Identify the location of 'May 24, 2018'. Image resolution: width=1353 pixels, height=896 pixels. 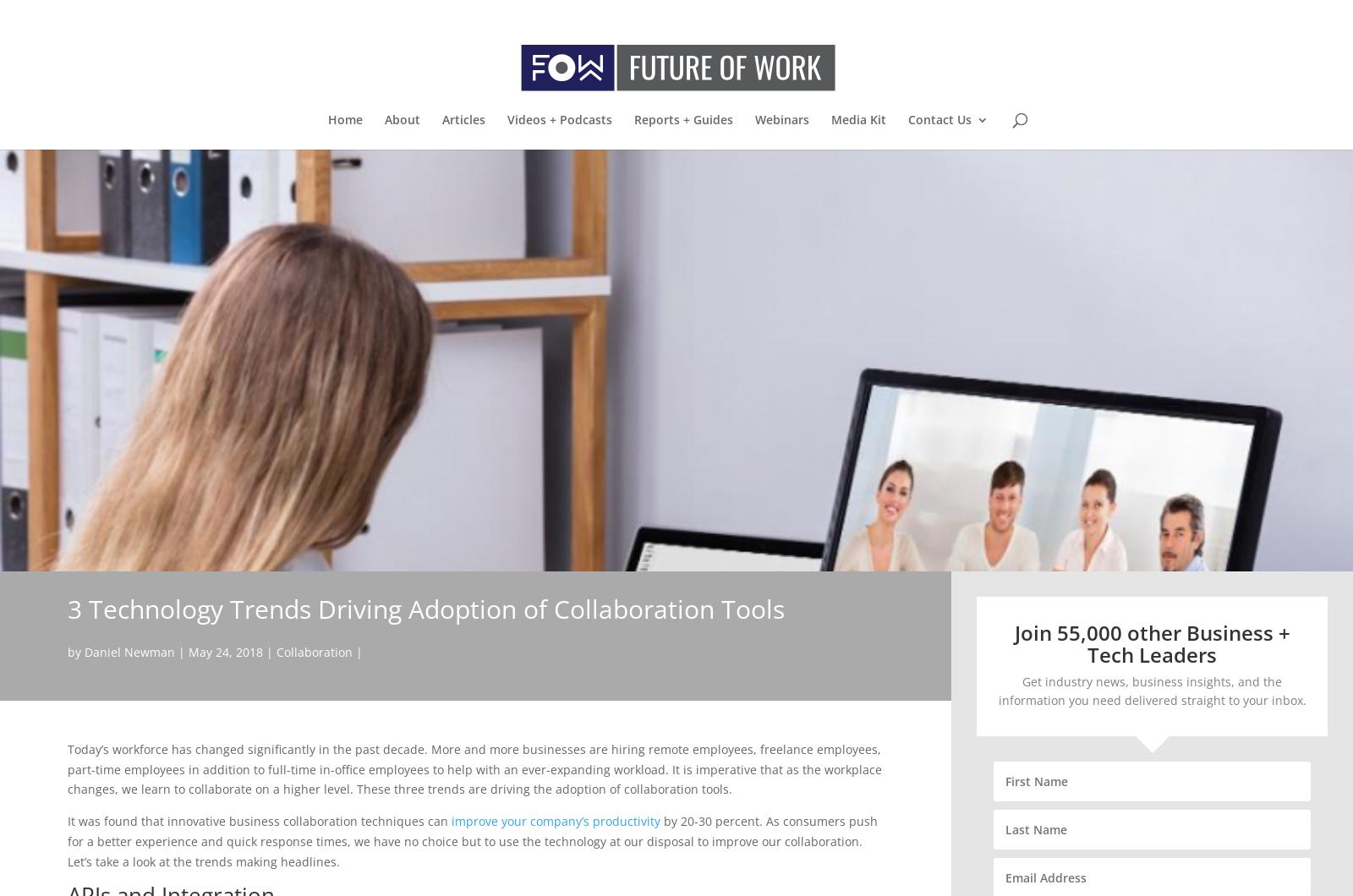
(226, 651).